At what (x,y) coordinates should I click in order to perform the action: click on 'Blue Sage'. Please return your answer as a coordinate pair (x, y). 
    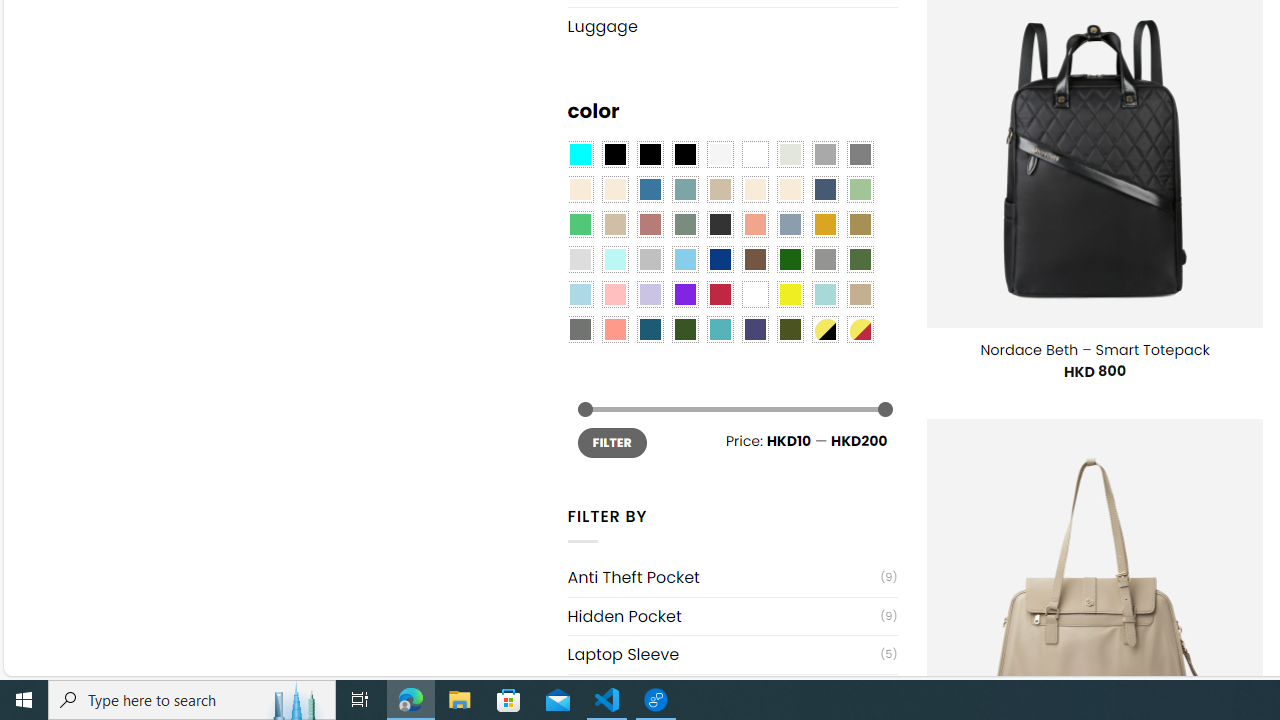
    Looking at the image, I should click on (684, 190).